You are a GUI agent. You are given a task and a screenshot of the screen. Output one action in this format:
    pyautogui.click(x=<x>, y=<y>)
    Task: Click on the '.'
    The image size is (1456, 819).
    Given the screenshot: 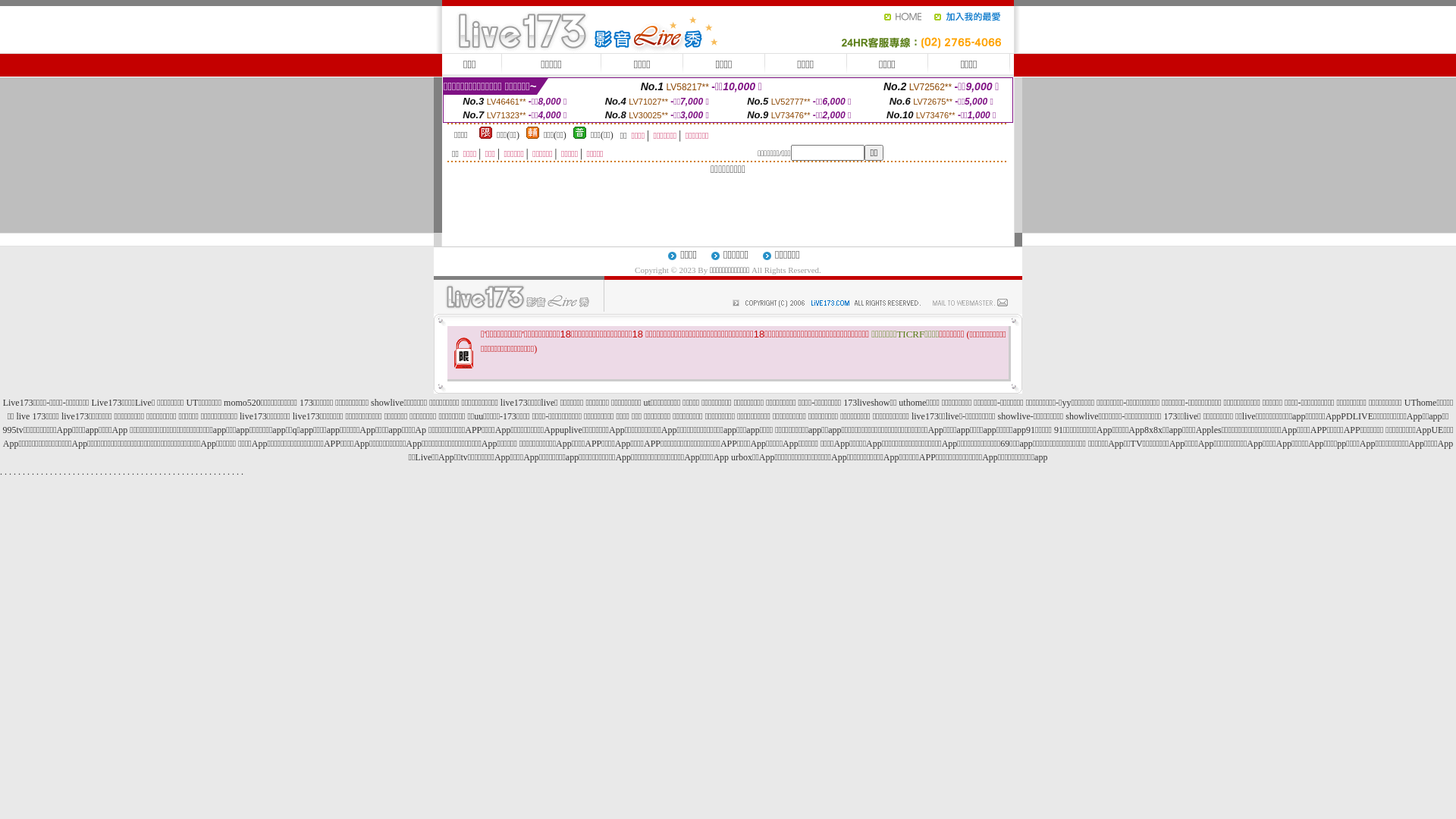 What is the action you would take?
    pyautogui.click(x=205, y=470)
    